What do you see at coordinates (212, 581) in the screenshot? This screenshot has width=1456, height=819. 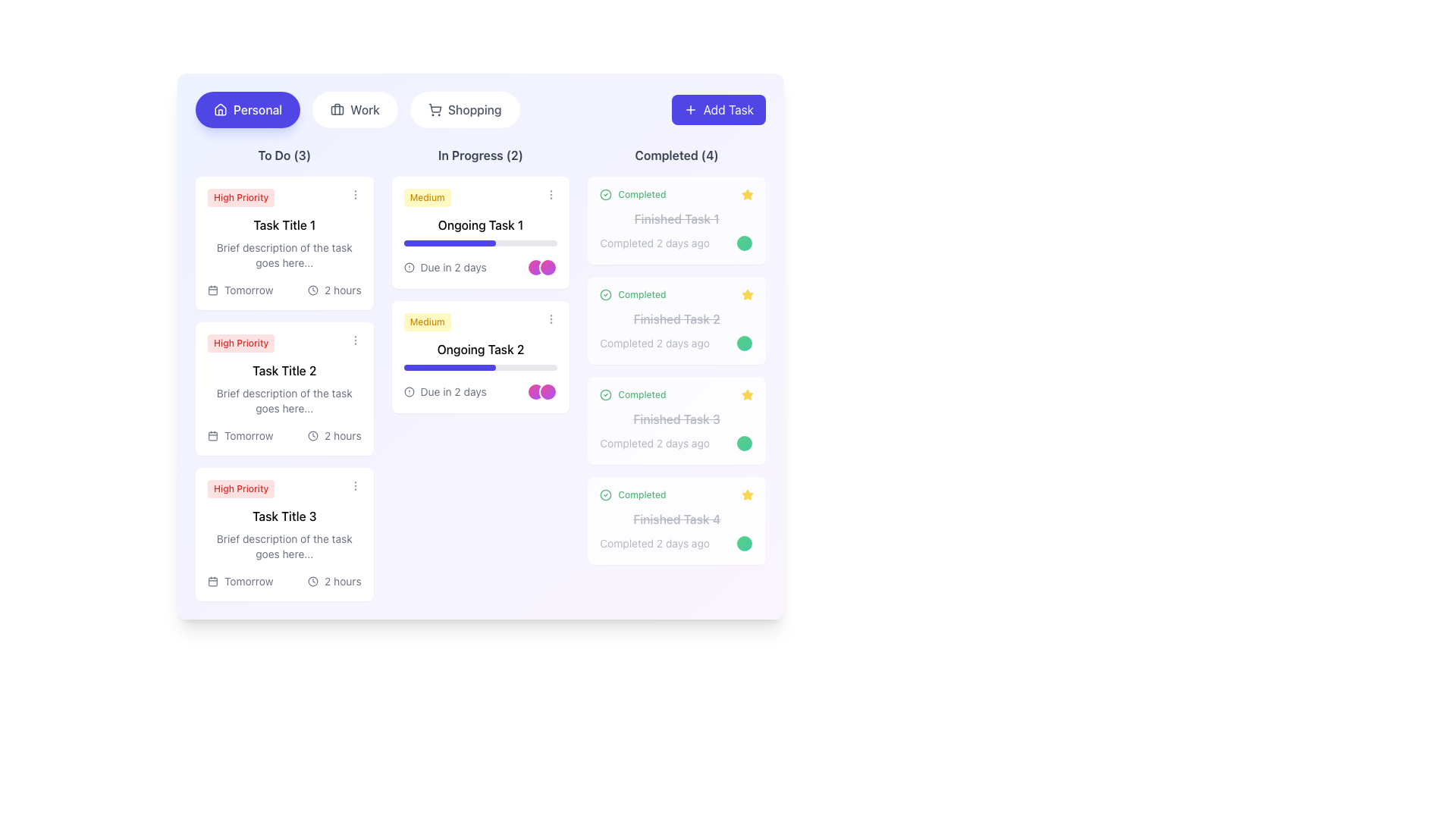 I see `the compact calendar-style icon located to the left of the 'Tomorrow' label within the 'To Do' task card titled 'Task Title 3'` at bounding box center [212, 581].